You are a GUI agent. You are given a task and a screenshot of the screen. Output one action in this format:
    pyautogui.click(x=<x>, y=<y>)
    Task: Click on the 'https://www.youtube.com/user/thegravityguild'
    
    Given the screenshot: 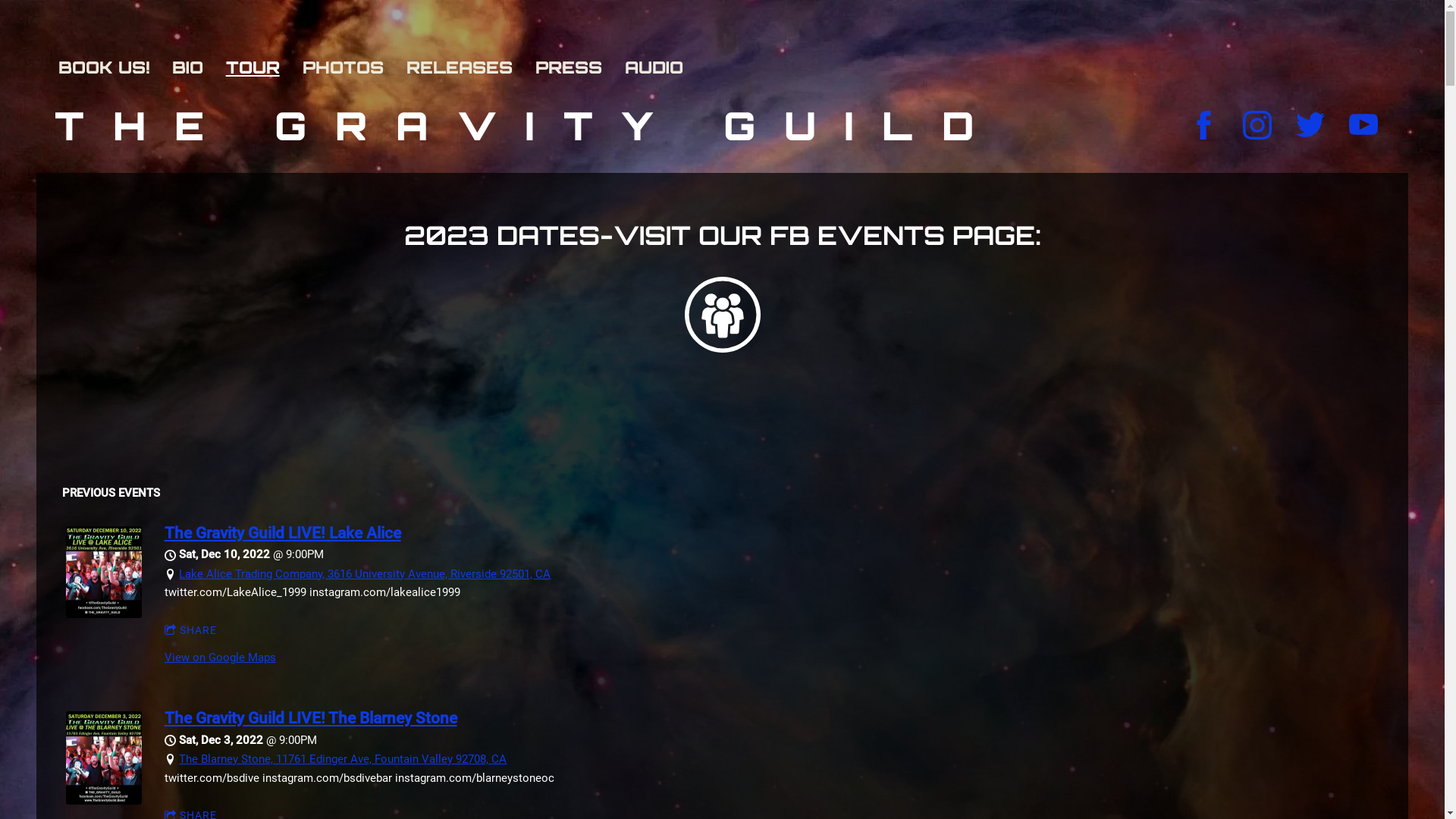 What is the action you would take?
    pyautogui.click(x=1349, y=124)
    